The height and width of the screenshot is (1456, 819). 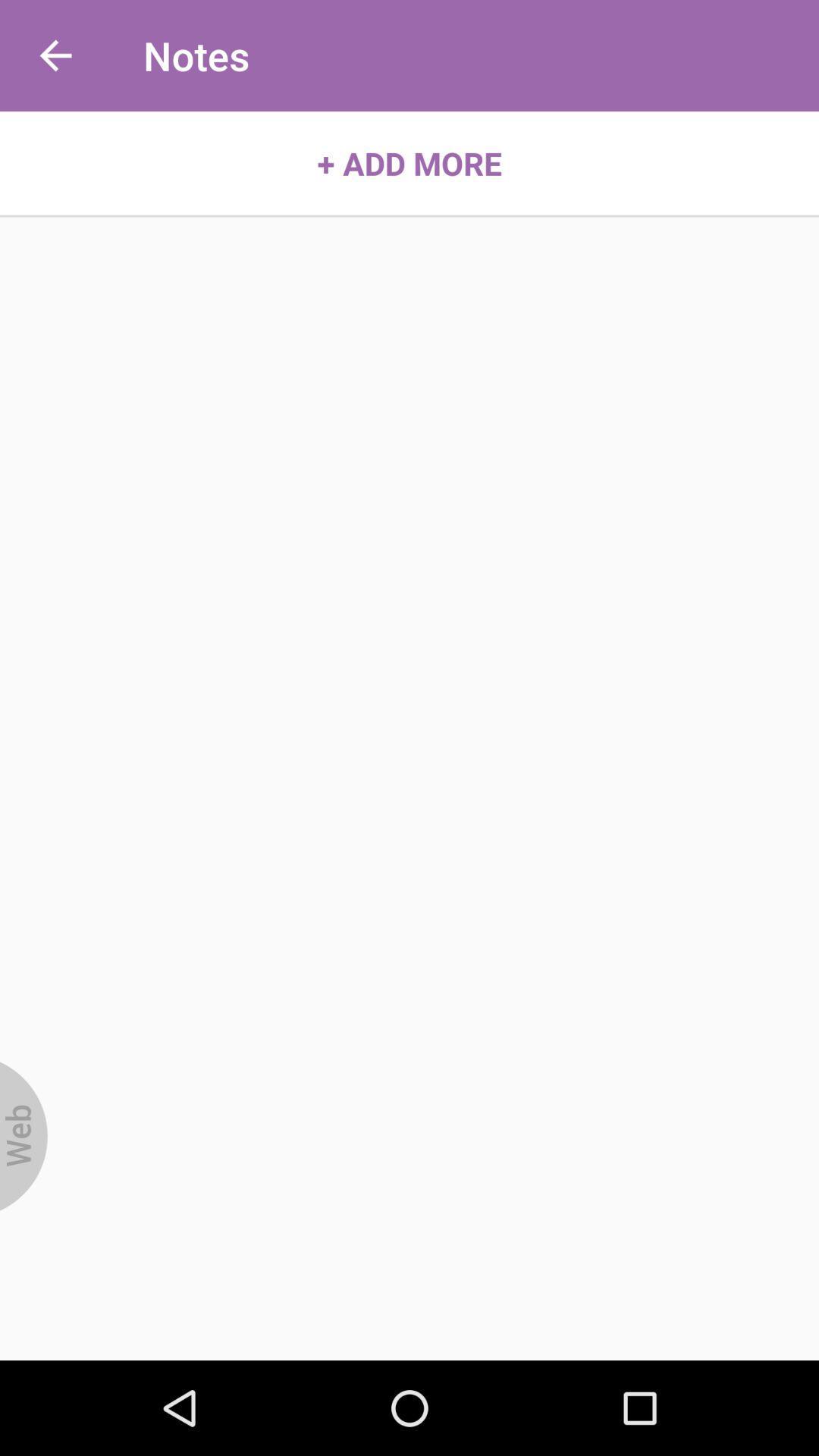 I want to click on google search, so click(x=24, y=1136).